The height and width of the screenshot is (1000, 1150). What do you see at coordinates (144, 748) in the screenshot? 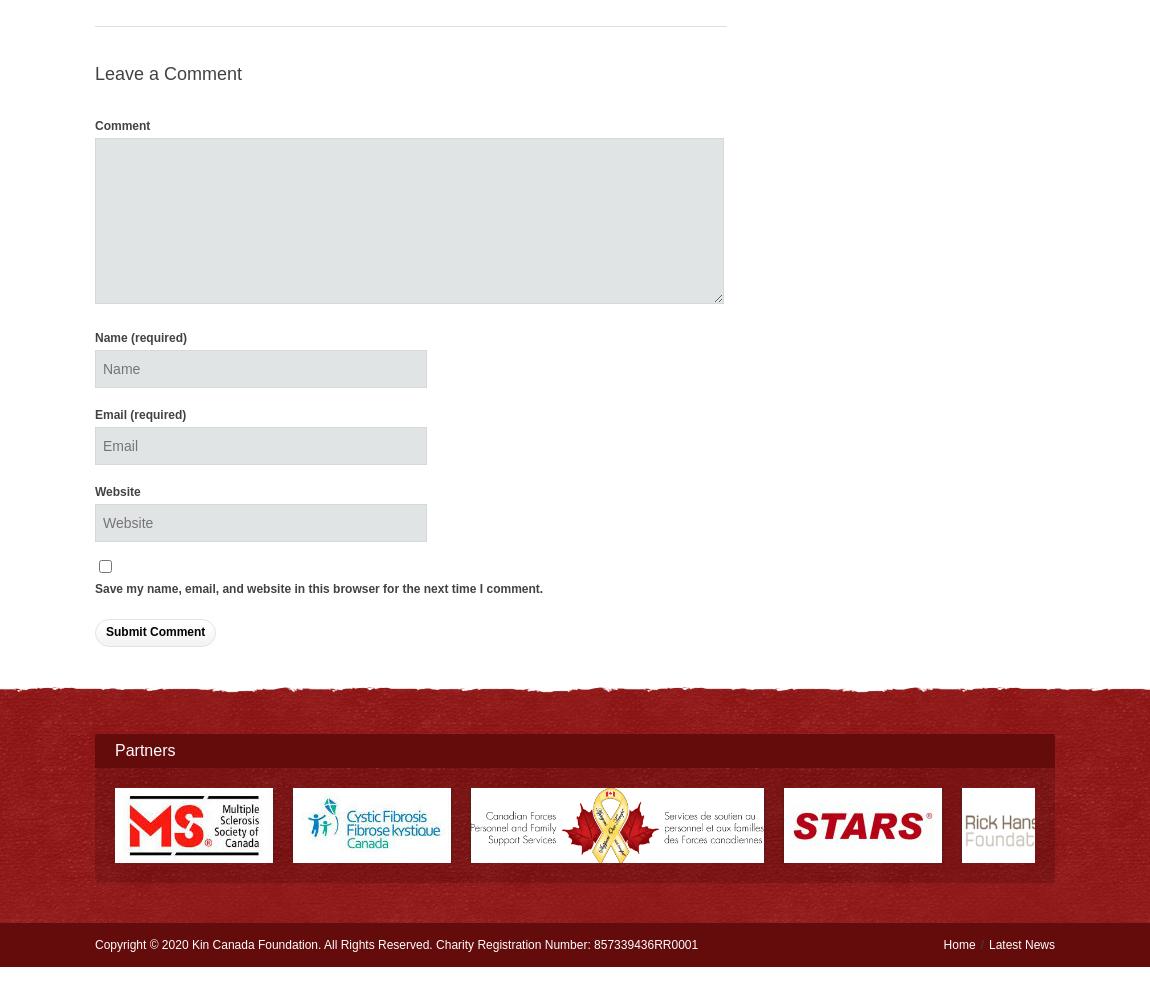
I see `'Partners'` at bounding box center [144, 748].